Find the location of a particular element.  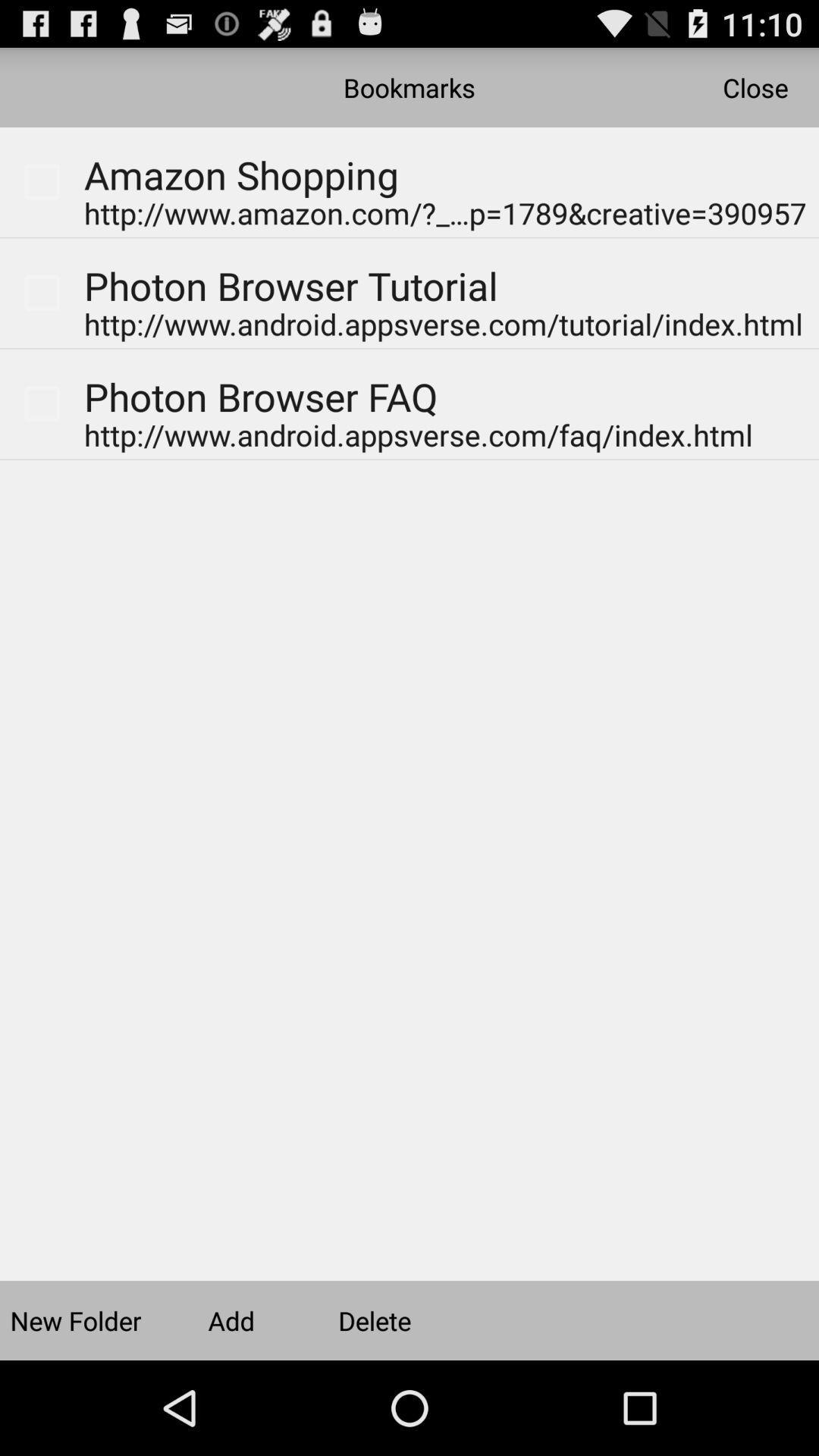

the minus icon is located at coordinates (773, 164).